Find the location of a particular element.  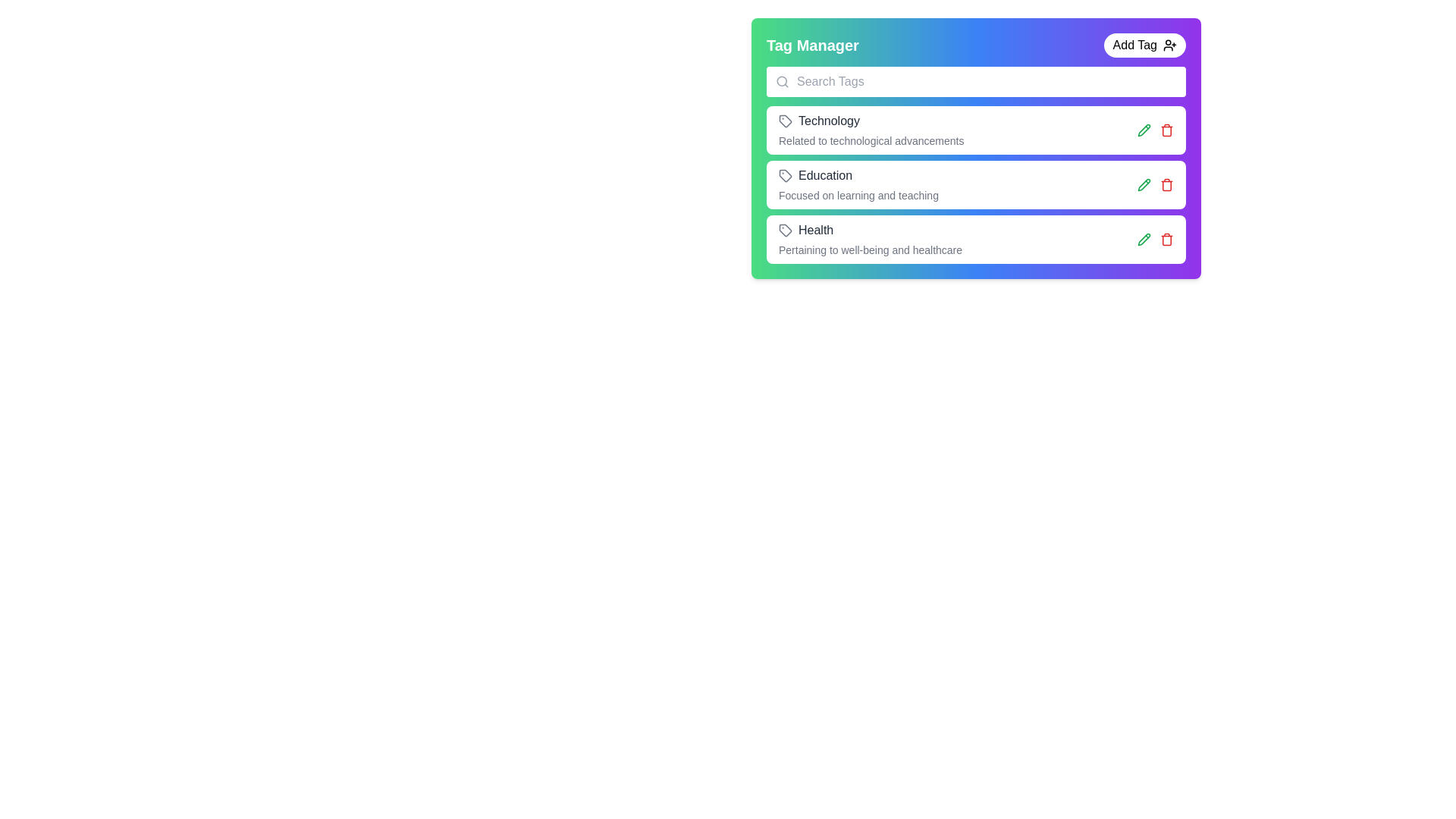

the trash icon button in the tag manager interface is located at coordinates (1166, 239).